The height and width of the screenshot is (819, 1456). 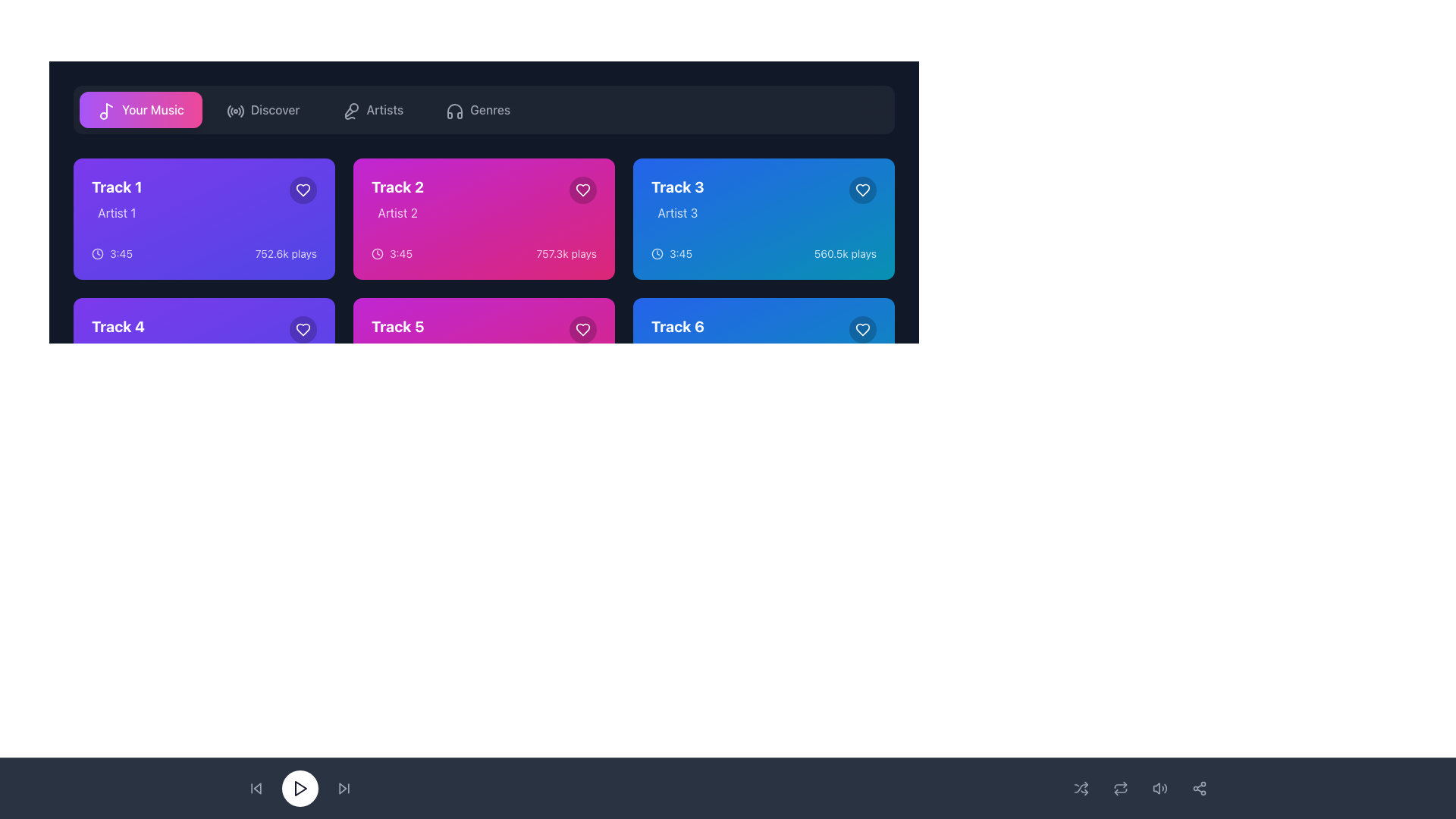 I want to click on the leftmost navigation button to redirect to the 'Your Music' section, which displays the user's personal music collection, so click(x=140, y=109).